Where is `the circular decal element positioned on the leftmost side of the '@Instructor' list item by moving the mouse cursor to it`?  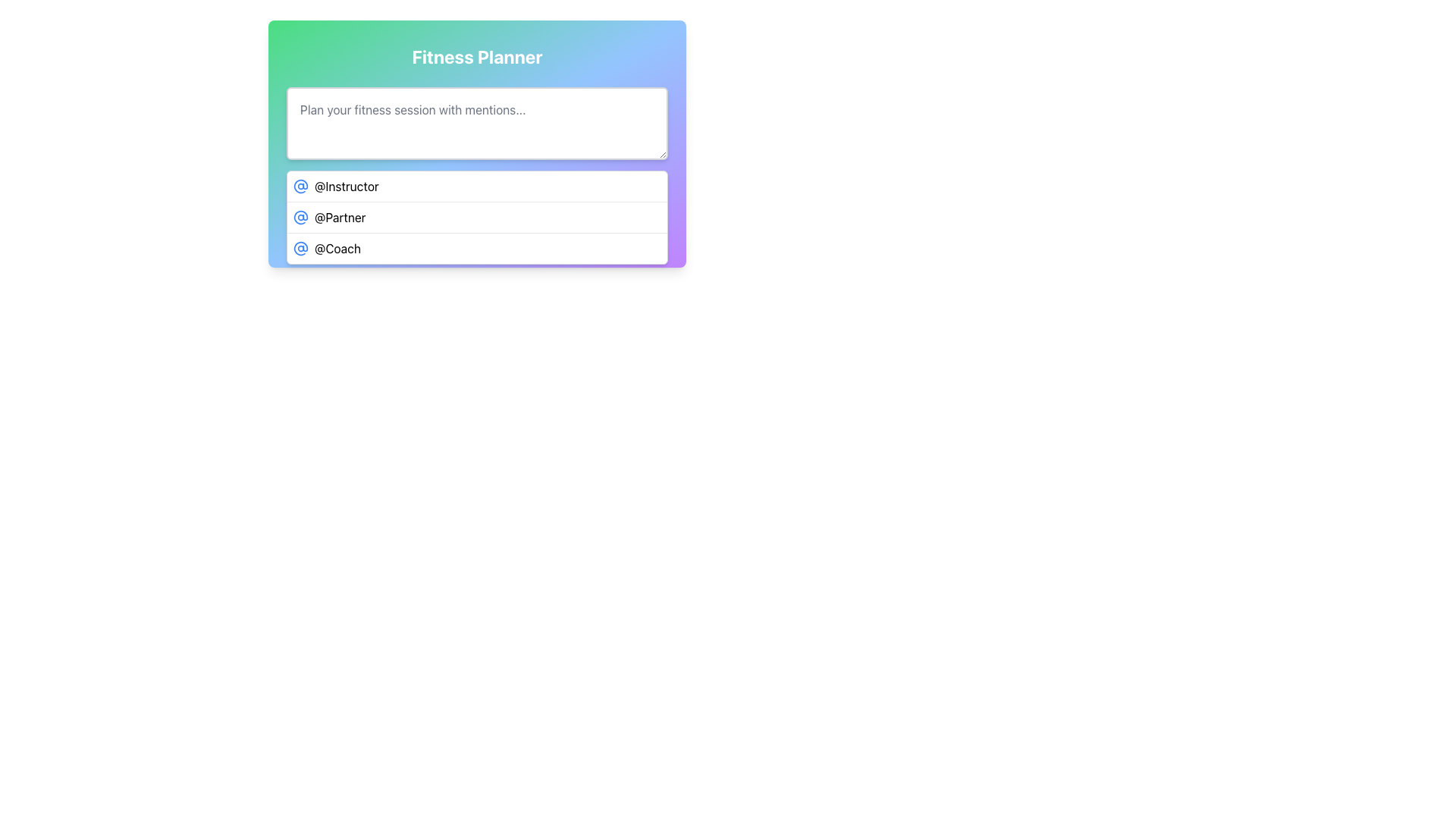
the circular decal element positioned on the leftmost side of the '@Instructor' list item by moving the mouse cursor to it is located at coordinates (305, 197).